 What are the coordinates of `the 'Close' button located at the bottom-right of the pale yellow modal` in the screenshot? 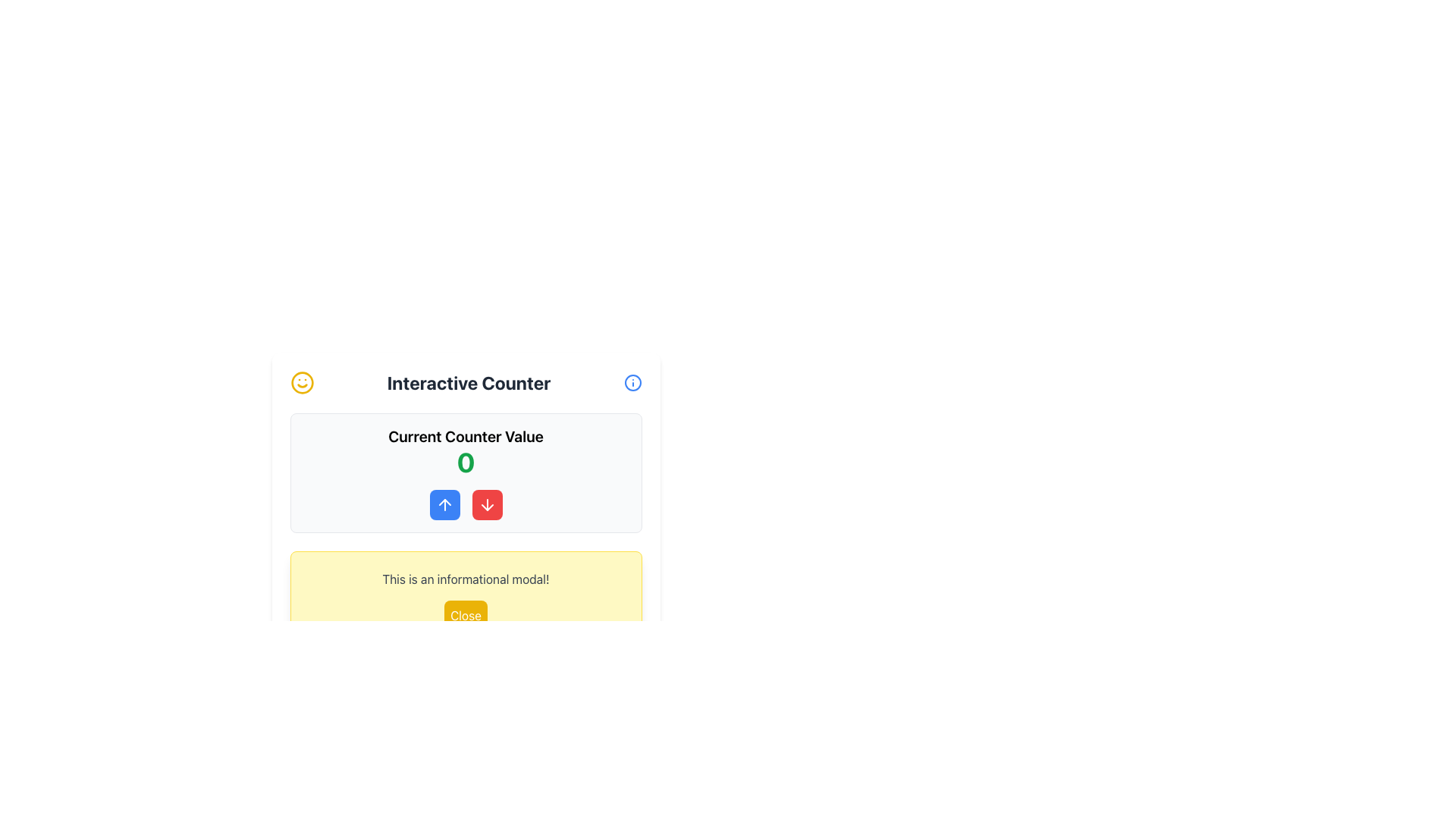 It's located at (465, 616).